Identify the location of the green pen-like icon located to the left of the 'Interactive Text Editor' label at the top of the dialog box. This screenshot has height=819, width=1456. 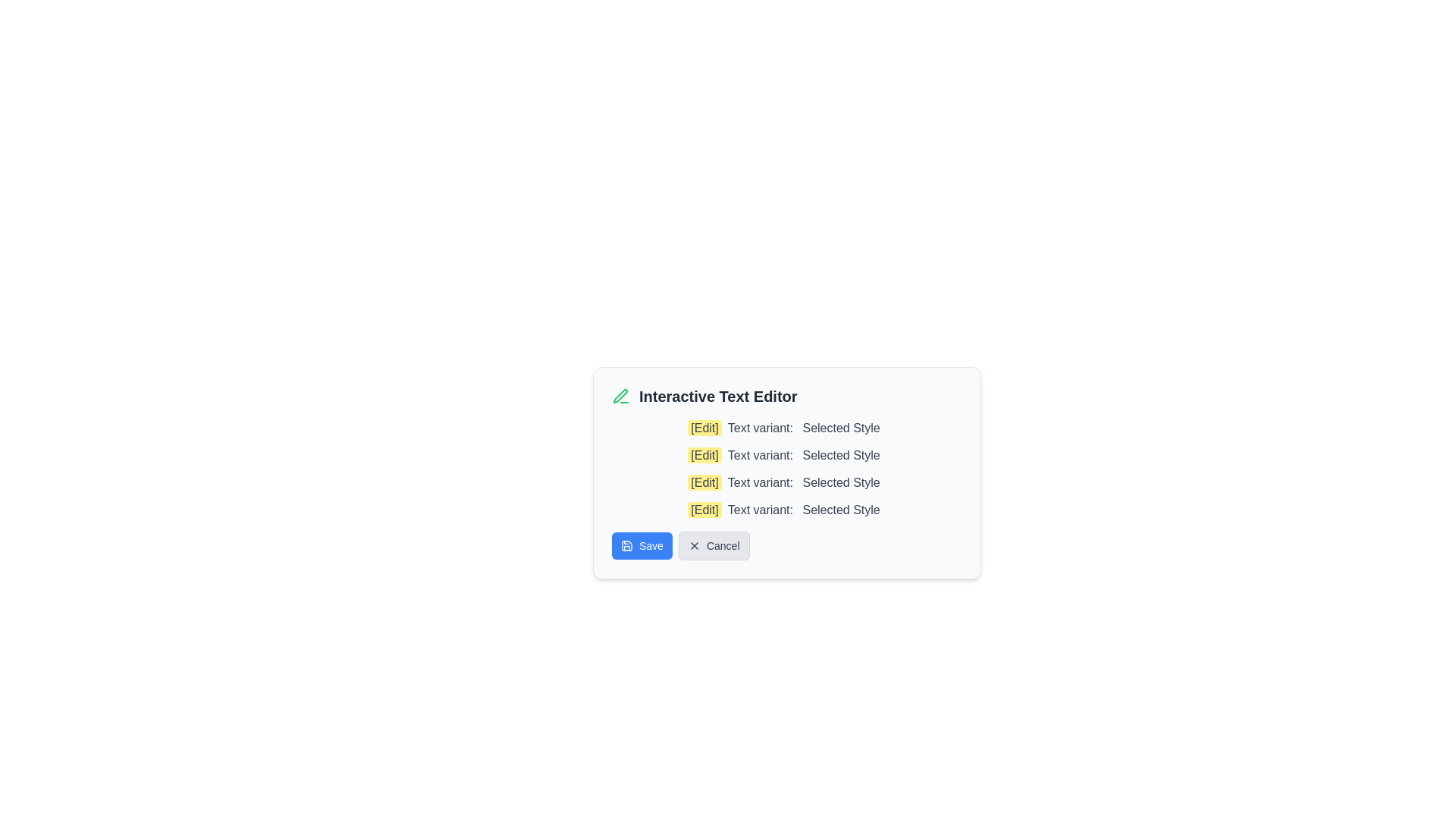
(621, 396).